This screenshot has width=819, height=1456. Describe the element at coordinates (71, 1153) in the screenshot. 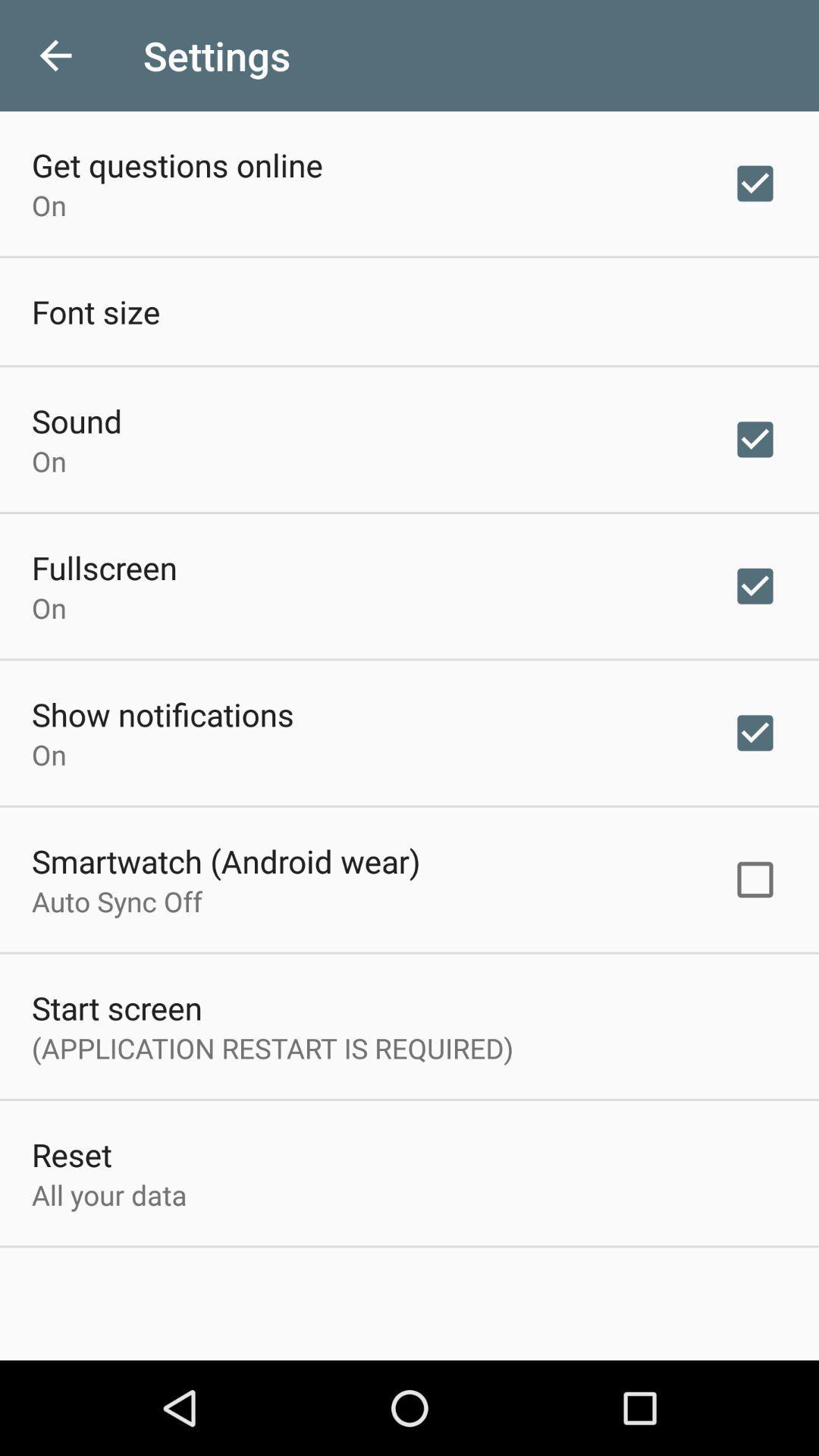

I see `the reset` at that location.